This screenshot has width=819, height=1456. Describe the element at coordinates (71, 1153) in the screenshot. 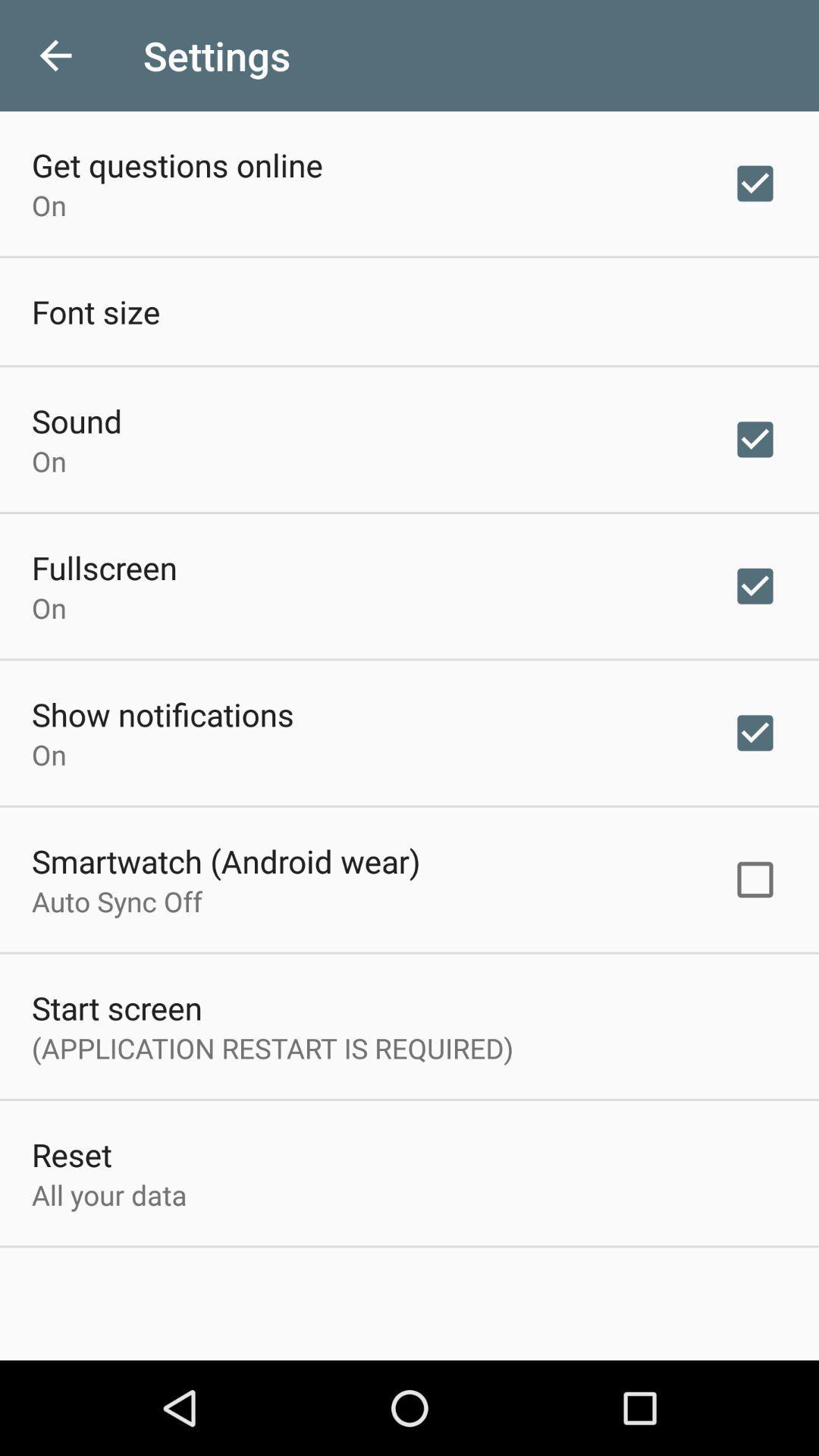

I see `the reset` at that location.